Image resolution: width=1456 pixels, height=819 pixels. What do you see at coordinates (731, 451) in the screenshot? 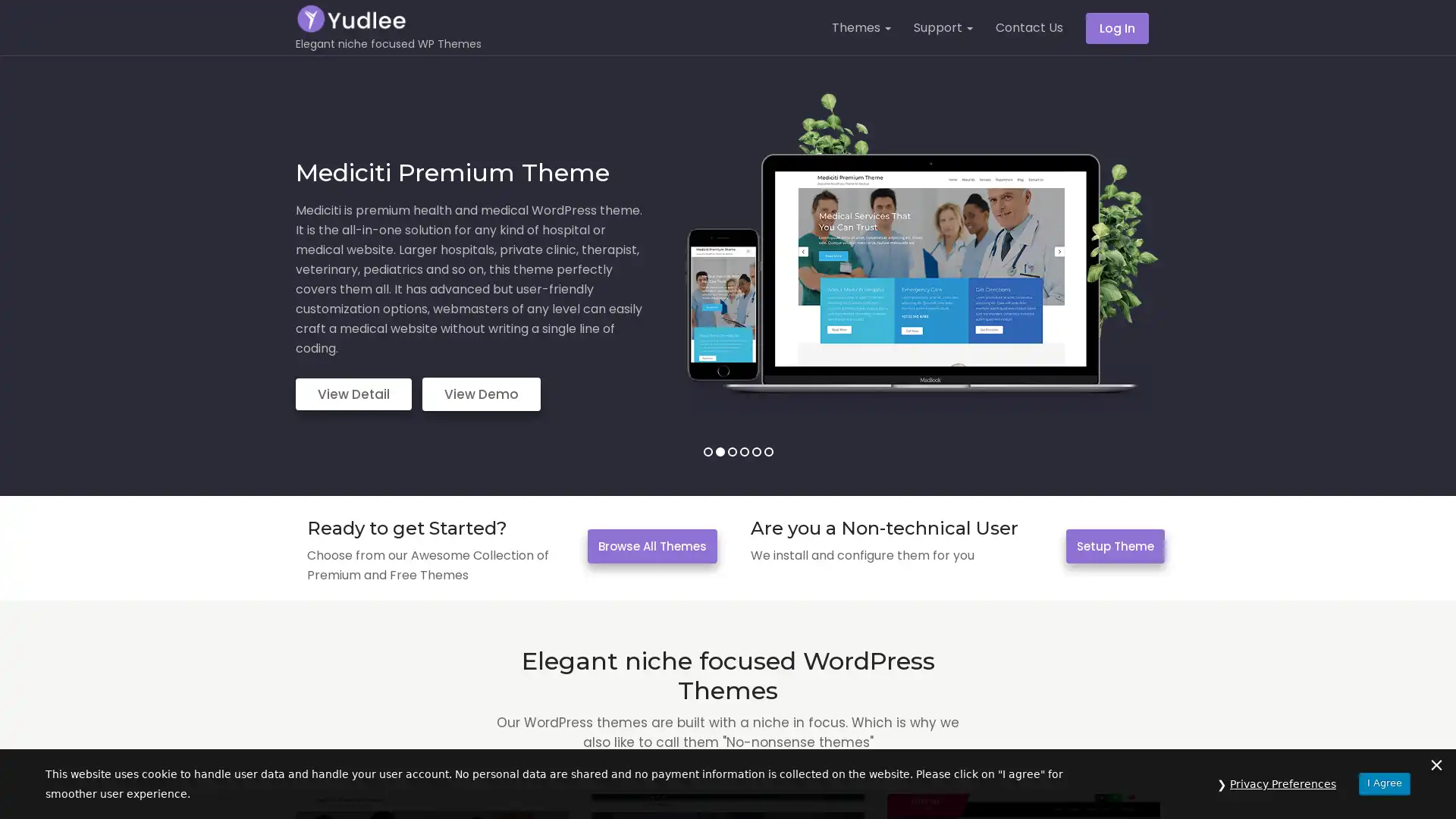
I see `3` at bounding box center [731, 451].